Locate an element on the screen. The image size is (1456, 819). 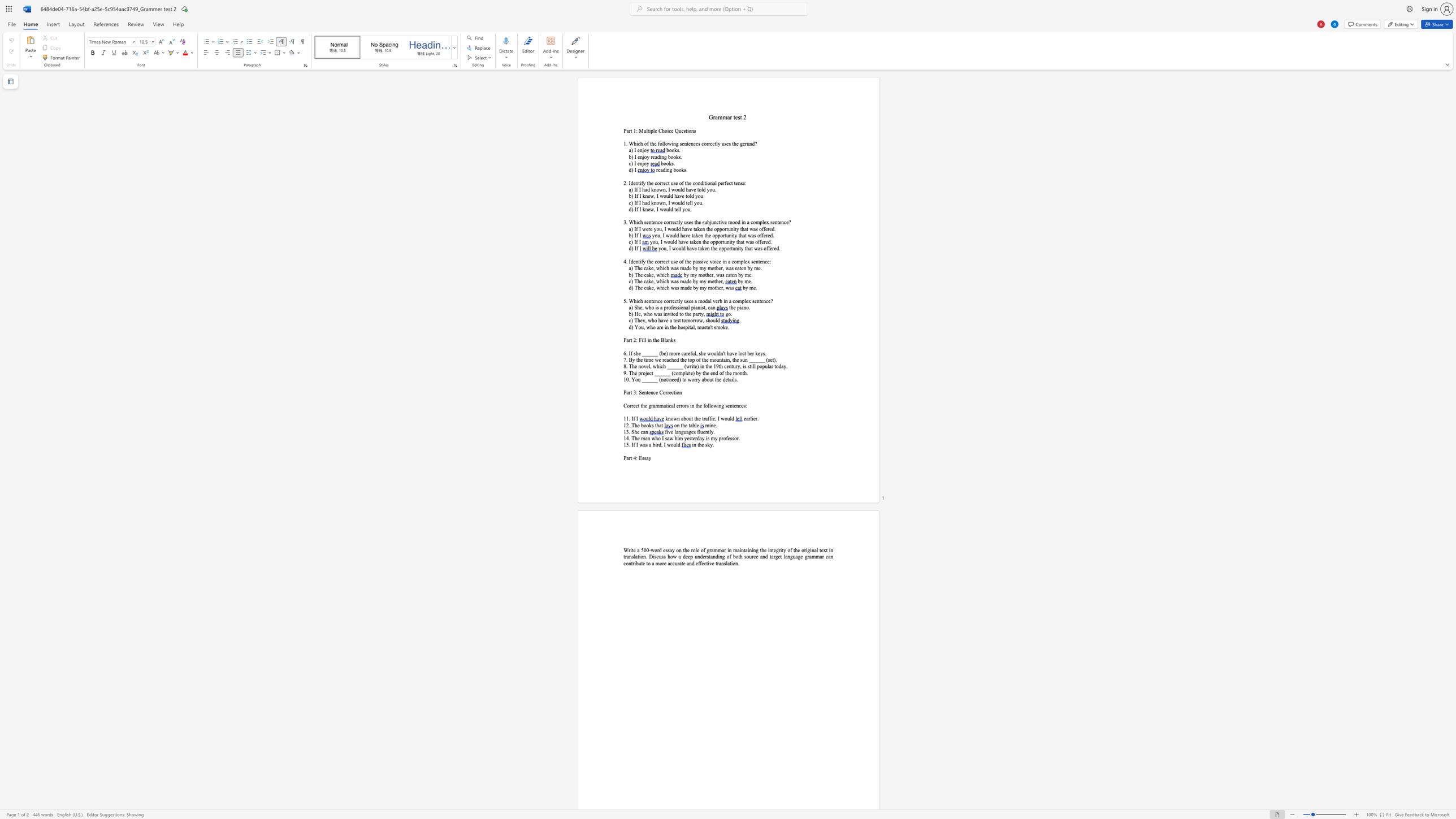
the space between the continuous character "i" and "a" in the text is located at coordinates (695, 307).